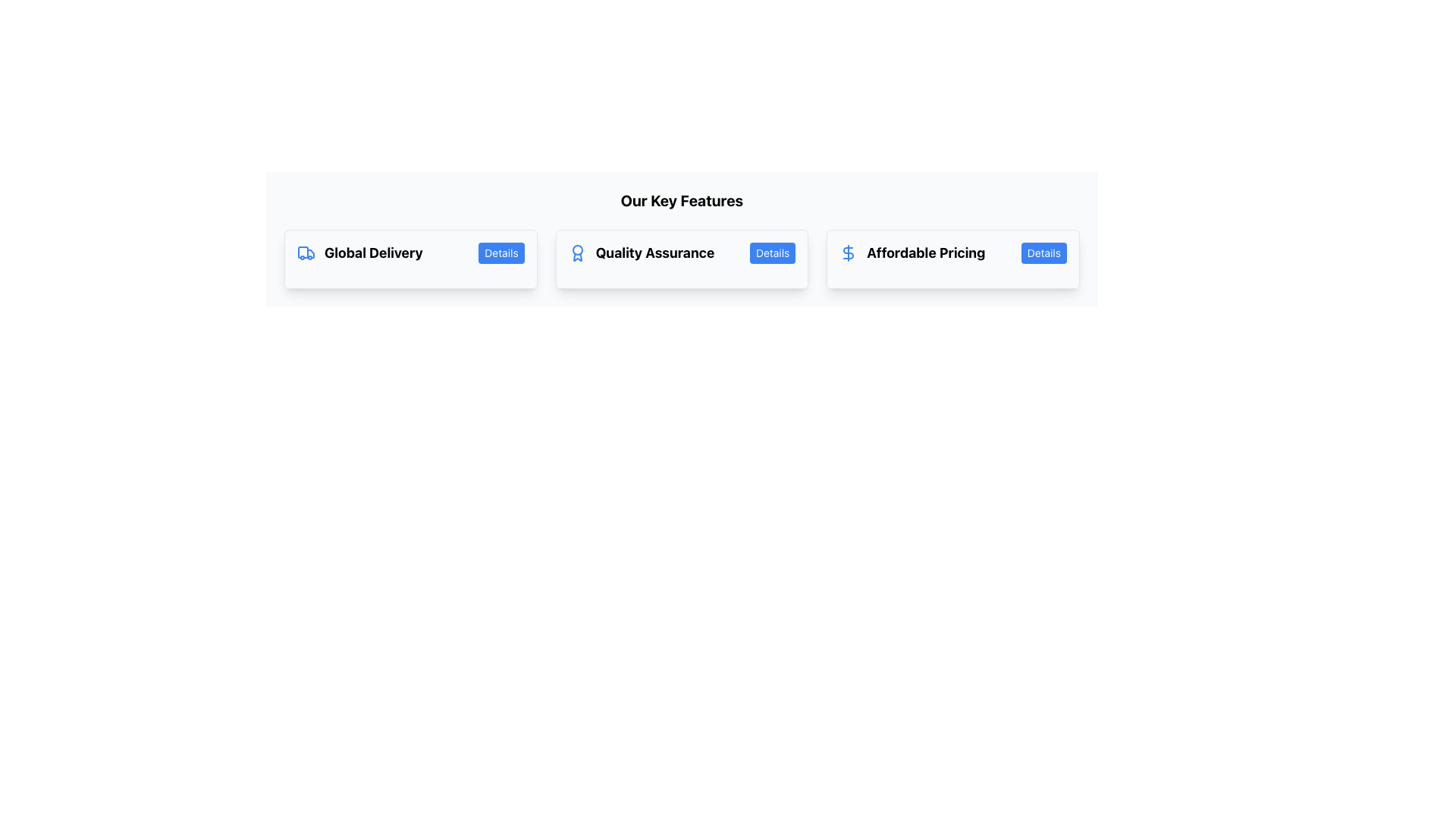  Describe the element at coordinates (305, 253) in the screenshot. I see `the SVG icon of a truck with a blue outline and white fill, which is positioned to the left of the text 'Global Delivery'` at that location.